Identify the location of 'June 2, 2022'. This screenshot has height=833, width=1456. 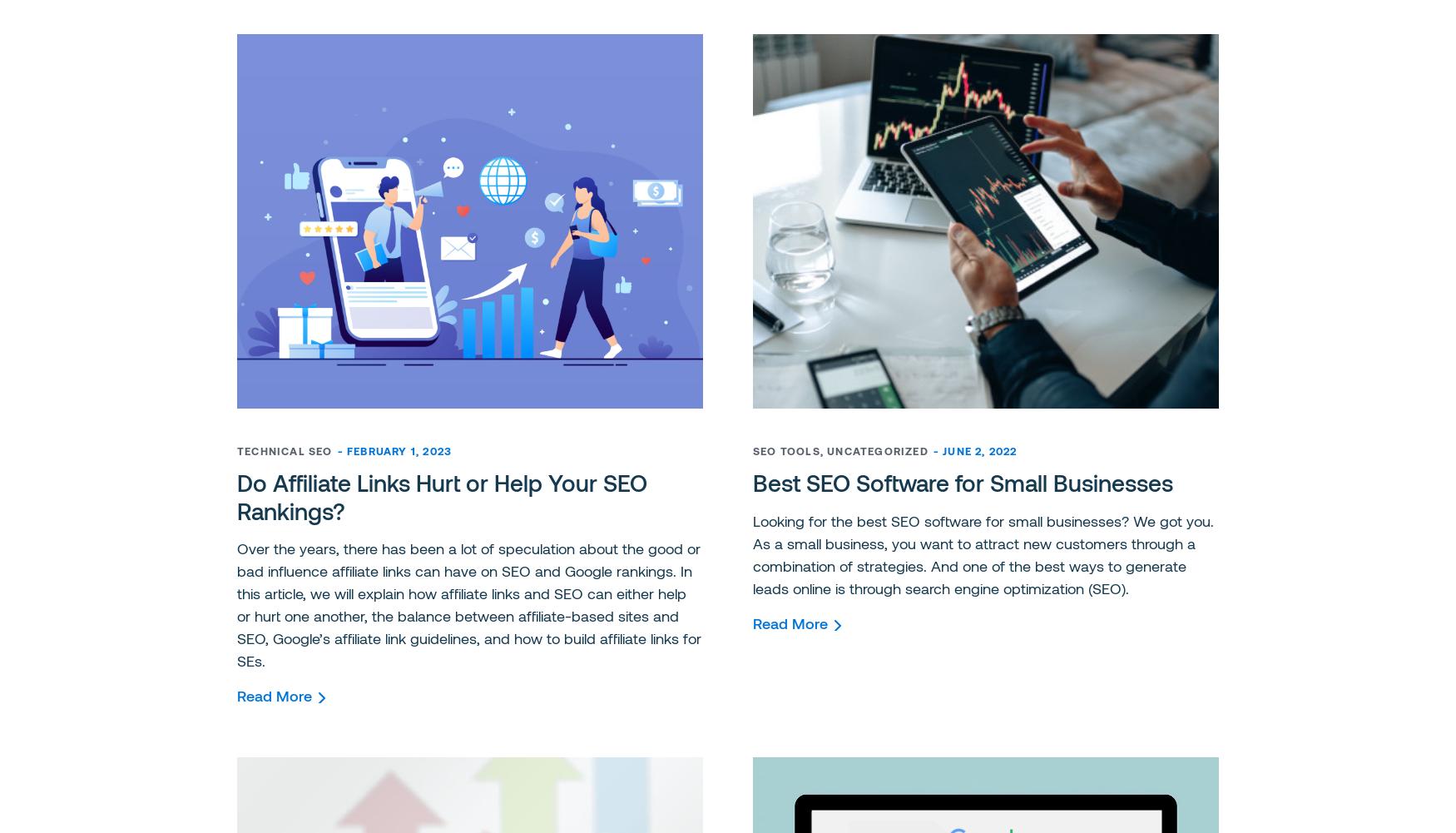
(978, 450).